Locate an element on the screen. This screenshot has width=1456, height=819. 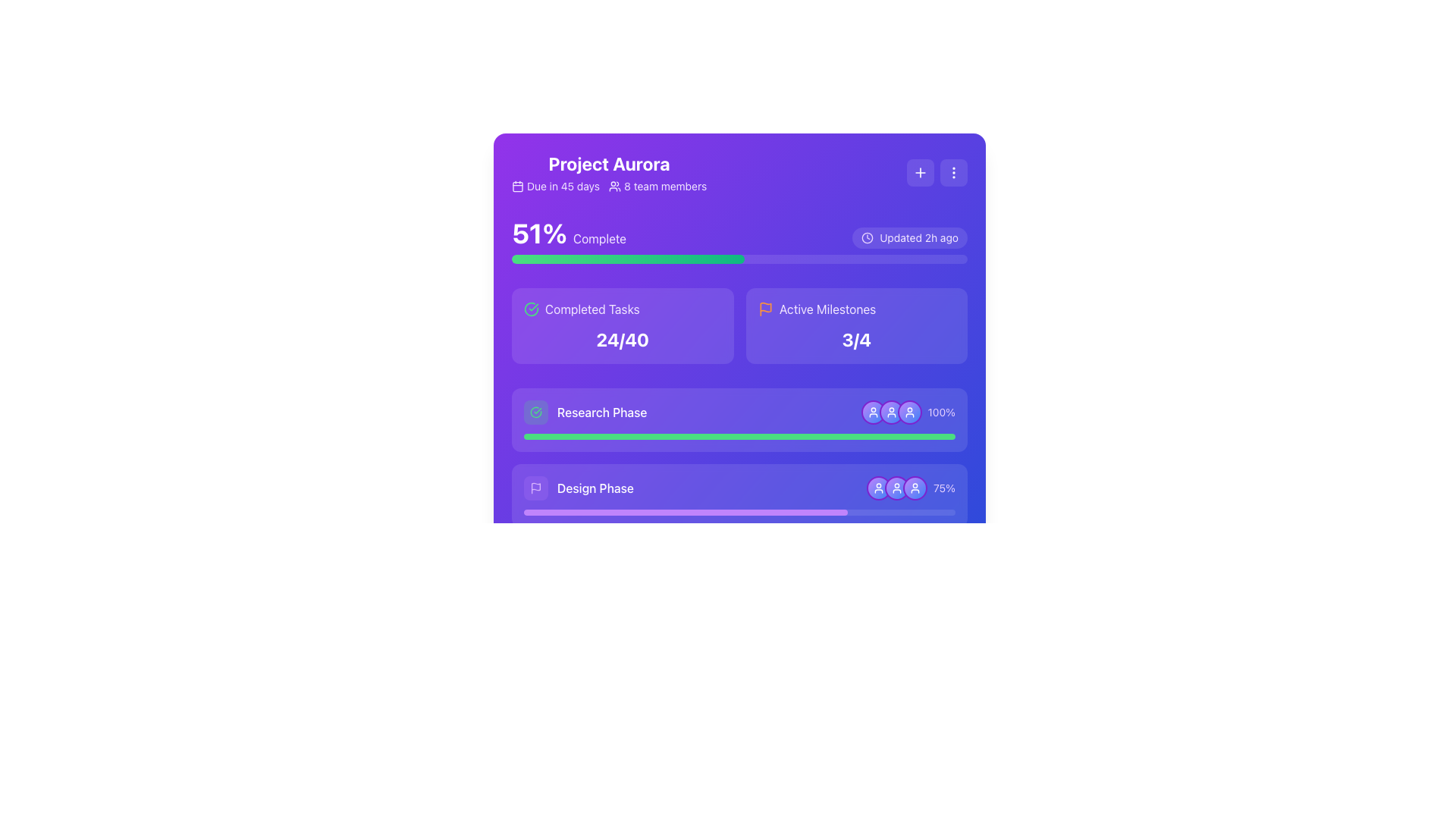
the square button with a '+' icon located in the top-right corner of the purple card is located at coordinates (920, 171).